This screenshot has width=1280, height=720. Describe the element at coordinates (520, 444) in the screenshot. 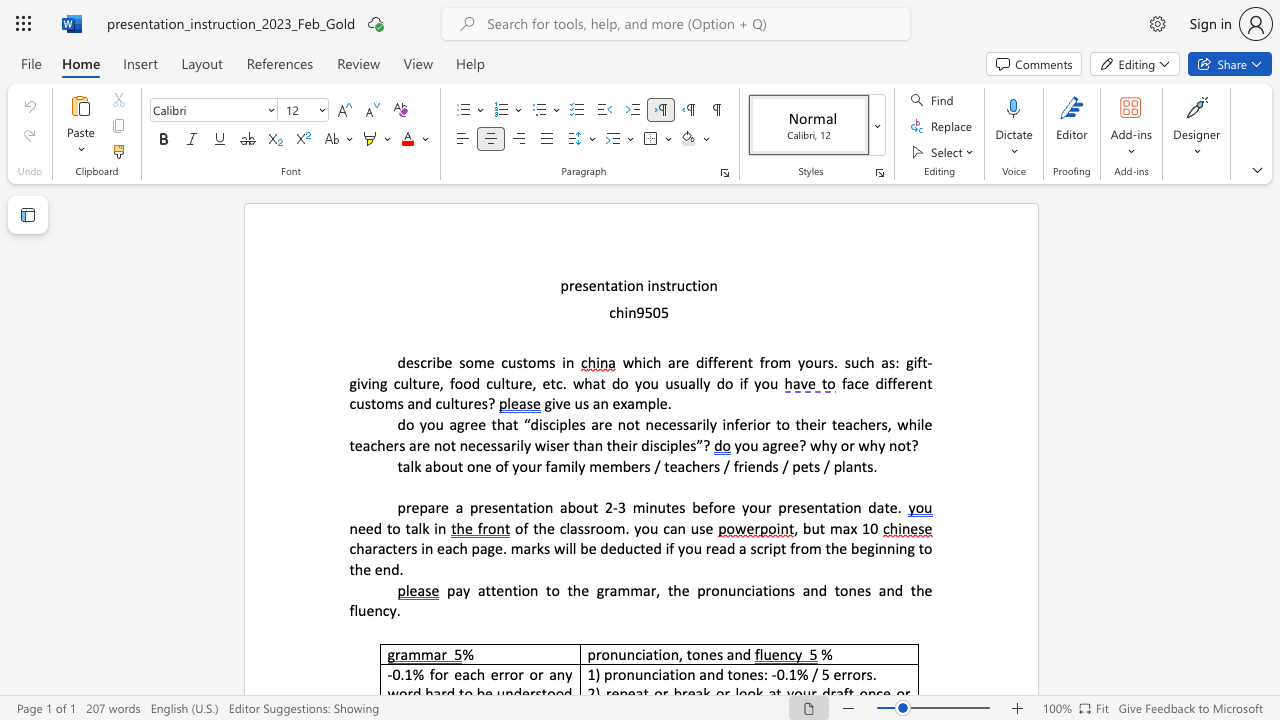

I see `the subset text "ly wiser than th" within the text "do you agree that “disciples are not necessarily inferior to their teachers, while teachers are not necessarily wiser than their disciples”?"` at that location.